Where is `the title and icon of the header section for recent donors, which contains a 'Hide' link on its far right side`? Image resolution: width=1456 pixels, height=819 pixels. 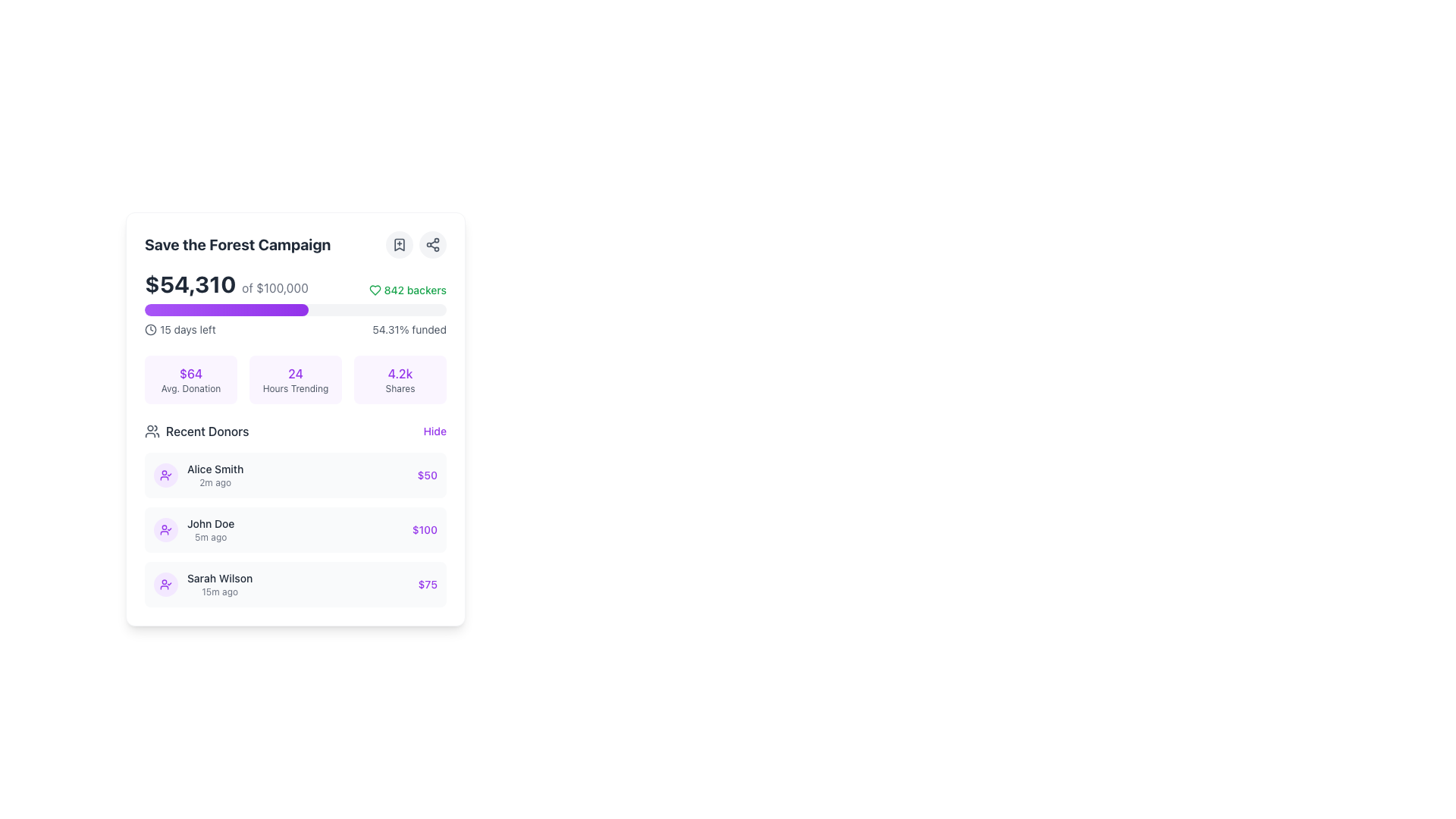 the title and icon of the header section for recent donors, which contains a 'Hide' link on its far right side is located at coordinates (295, 431).